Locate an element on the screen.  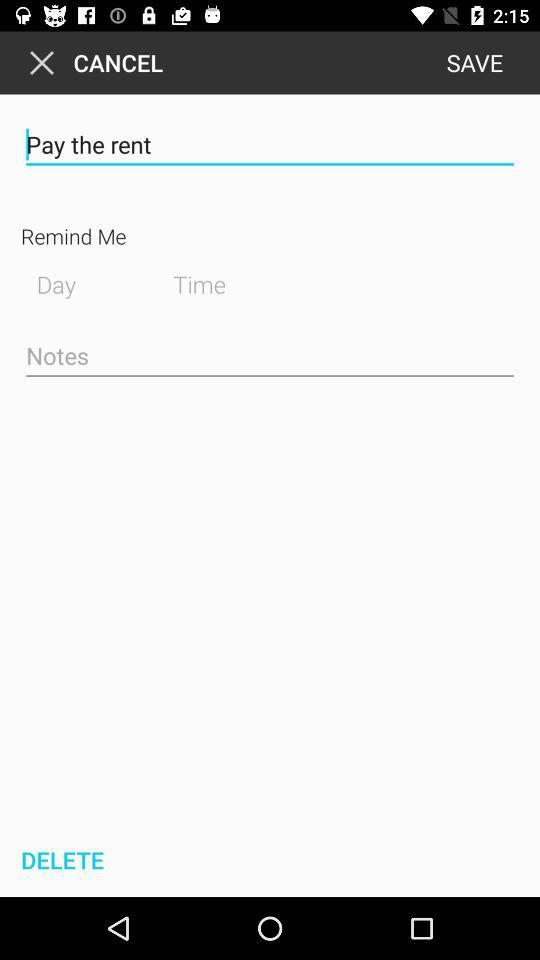
pay the rent item is located at coordinates (270, 144).